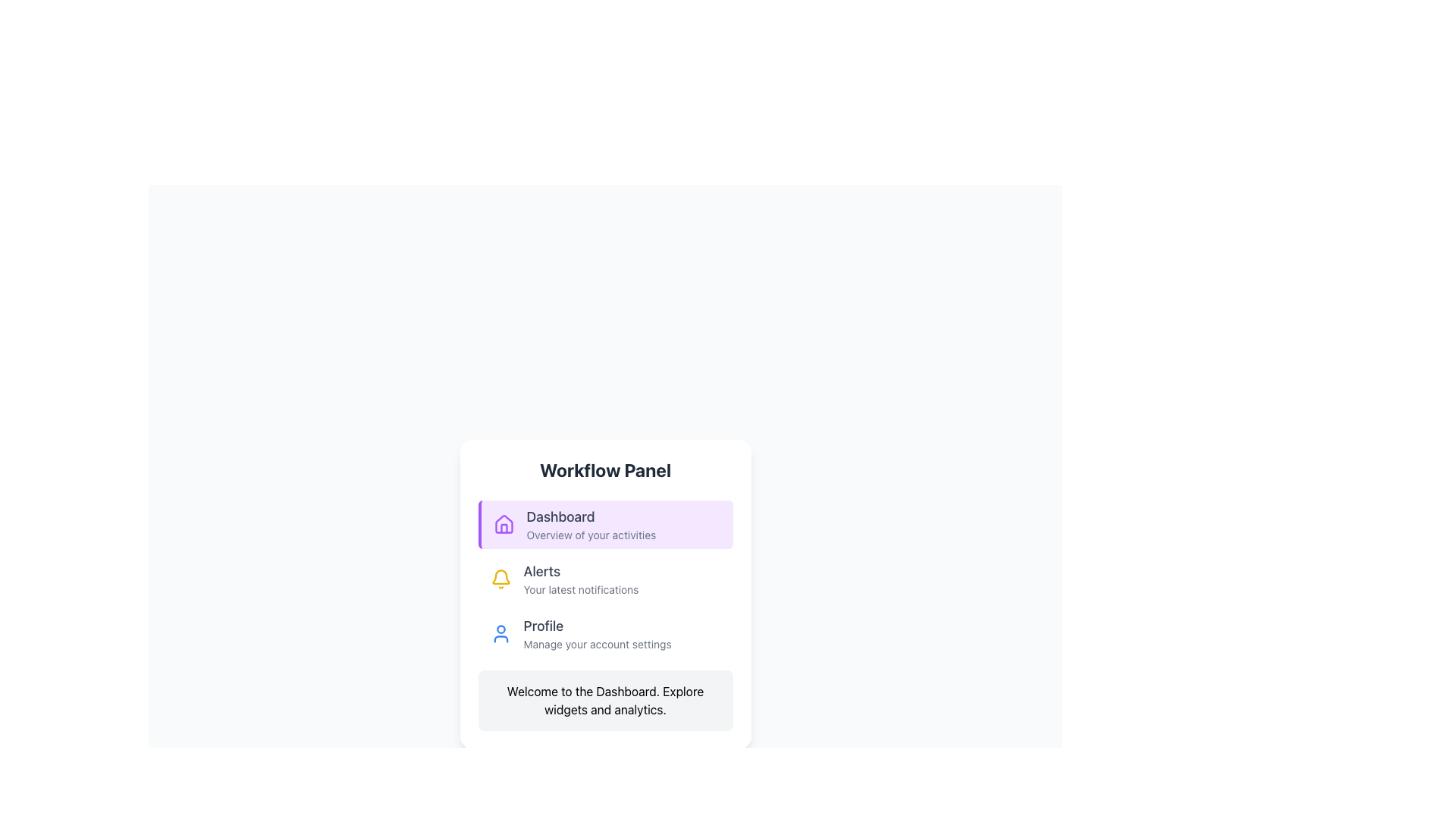 This screenshot has width=1456, height=819. Describe the element at coordinates (590, 523) in the screenshot. I see `the 'Dashboard' Text Label located in the 'Workflow Panel', second from the top` at that location.